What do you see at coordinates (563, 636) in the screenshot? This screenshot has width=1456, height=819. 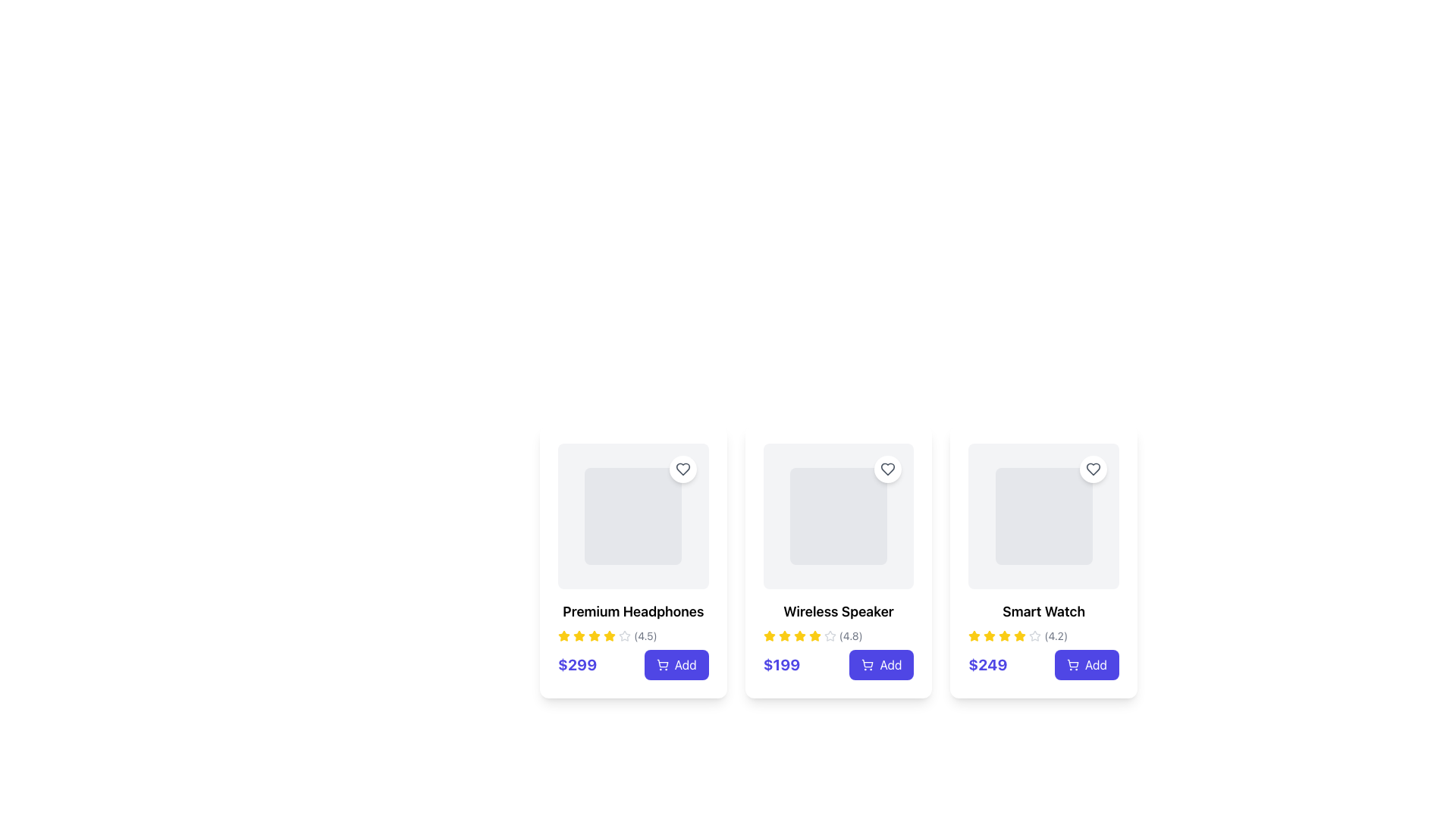 I see `the first yellow star icon with a hollow center, which is part of the rating component below the product title 'Premium Headphones'` at bounding box center [563, 636].